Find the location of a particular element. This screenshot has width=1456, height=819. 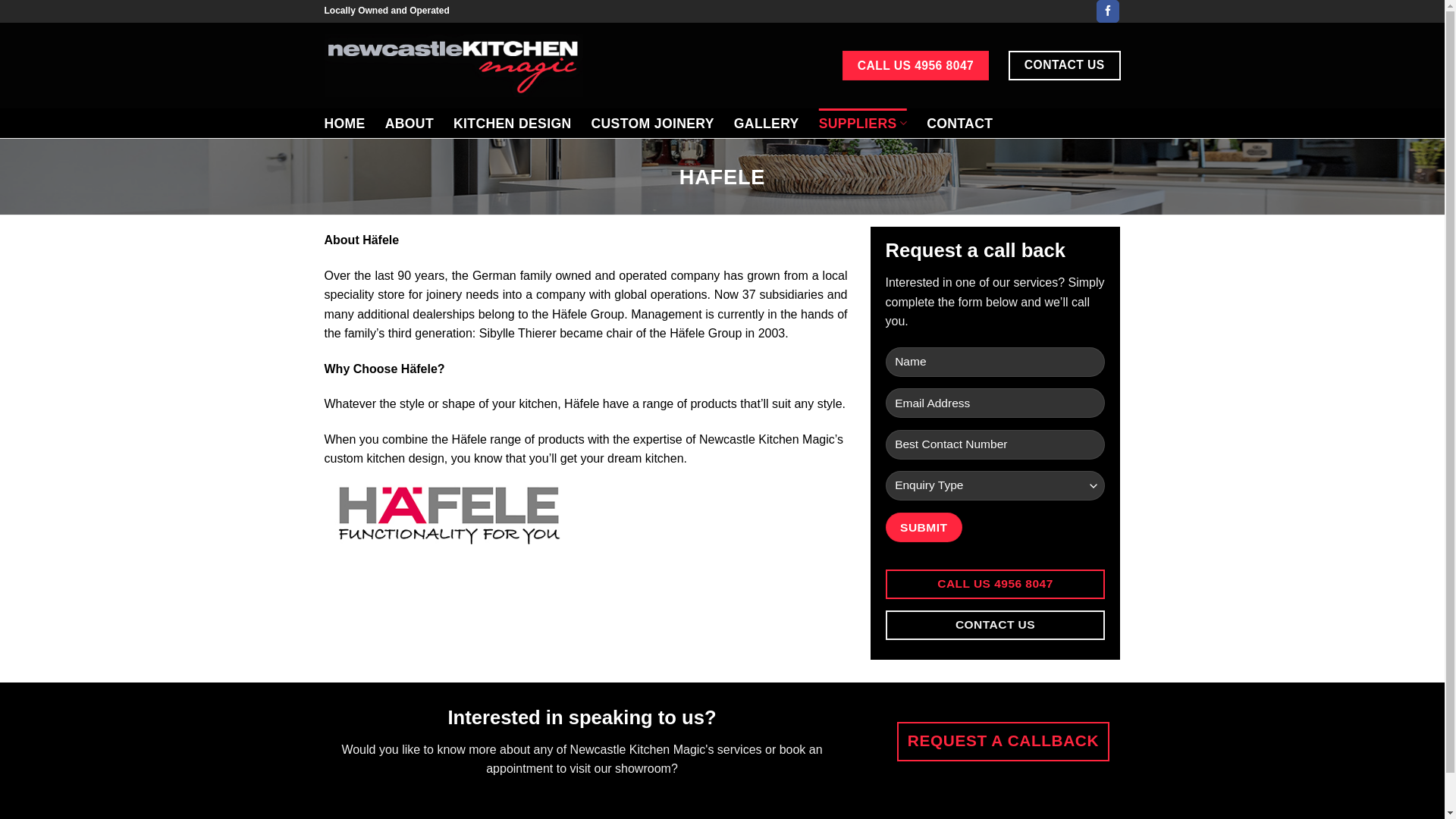

'CONTACT US' is located at coordinates (996, 625).